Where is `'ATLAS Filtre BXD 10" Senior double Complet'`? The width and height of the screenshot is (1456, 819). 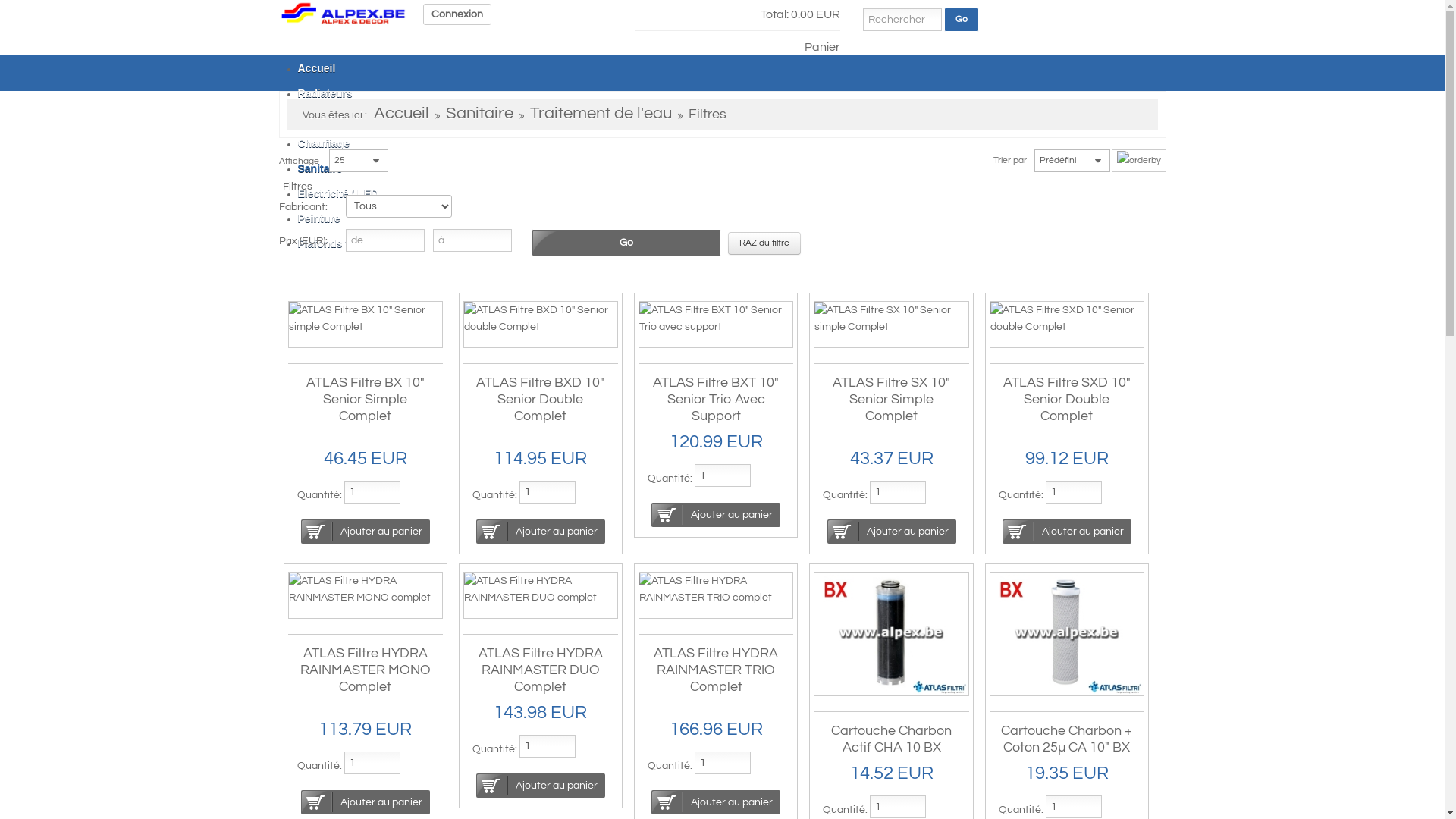
'ATLAS Filtre BXD 10" Senior double Complet' is located at coordinates (541, 318).